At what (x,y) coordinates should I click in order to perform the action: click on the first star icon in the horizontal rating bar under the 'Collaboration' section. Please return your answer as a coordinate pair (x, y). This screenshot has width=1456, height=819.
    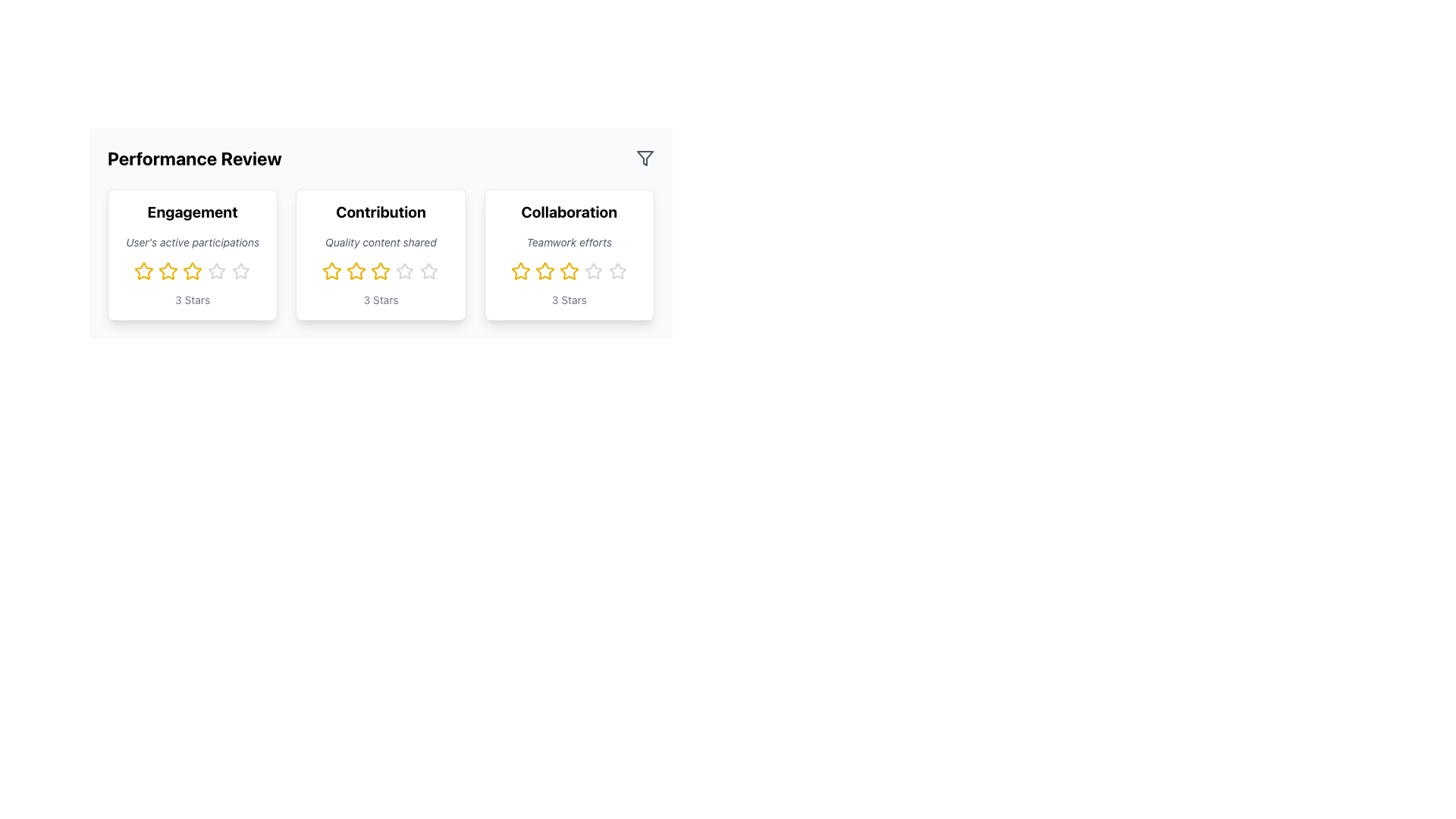
    Looking at the image, I should click on (520, 271).